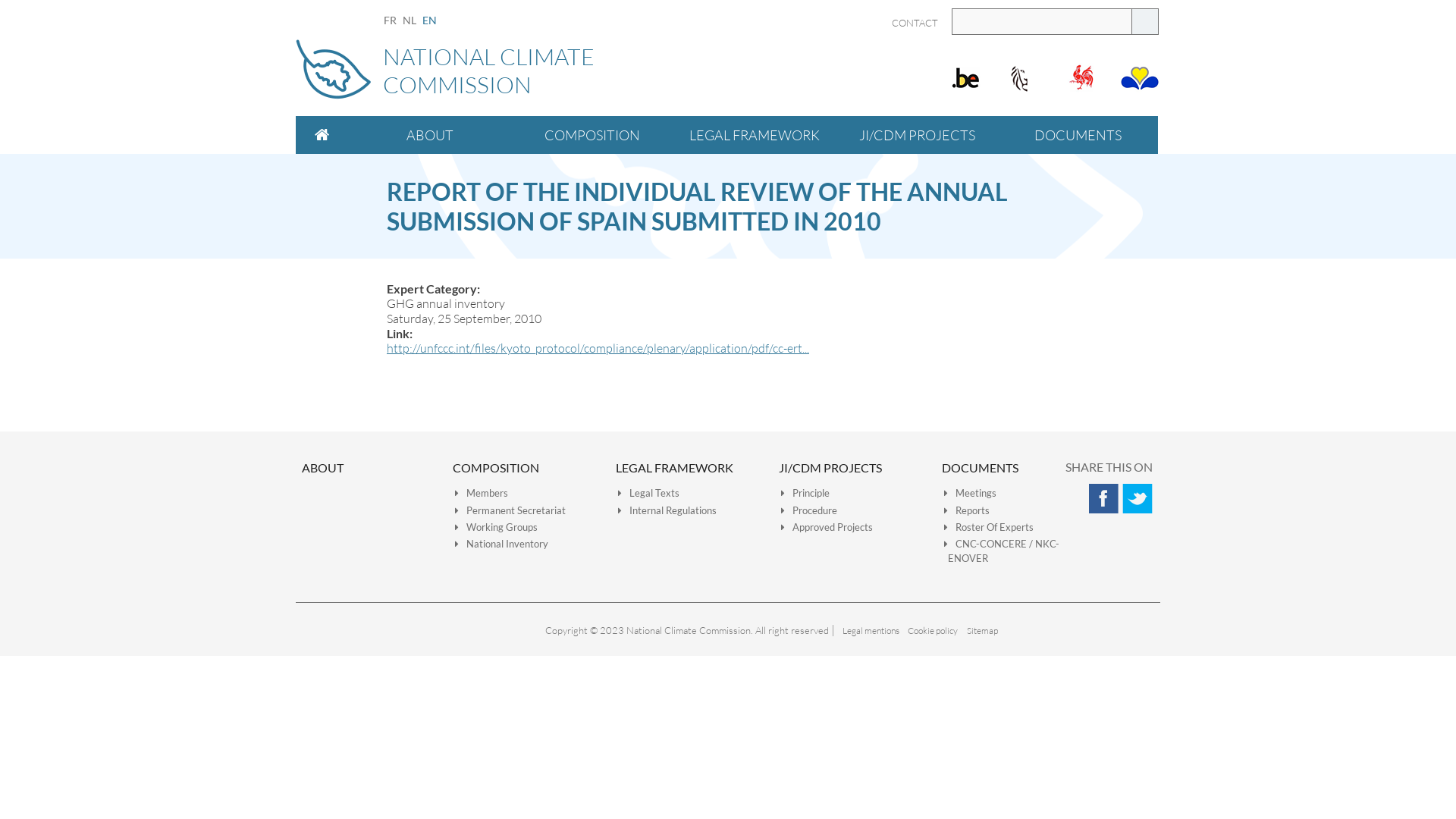 The image size is (1456, 819). I want to click on 'NL', so click(409, 20).